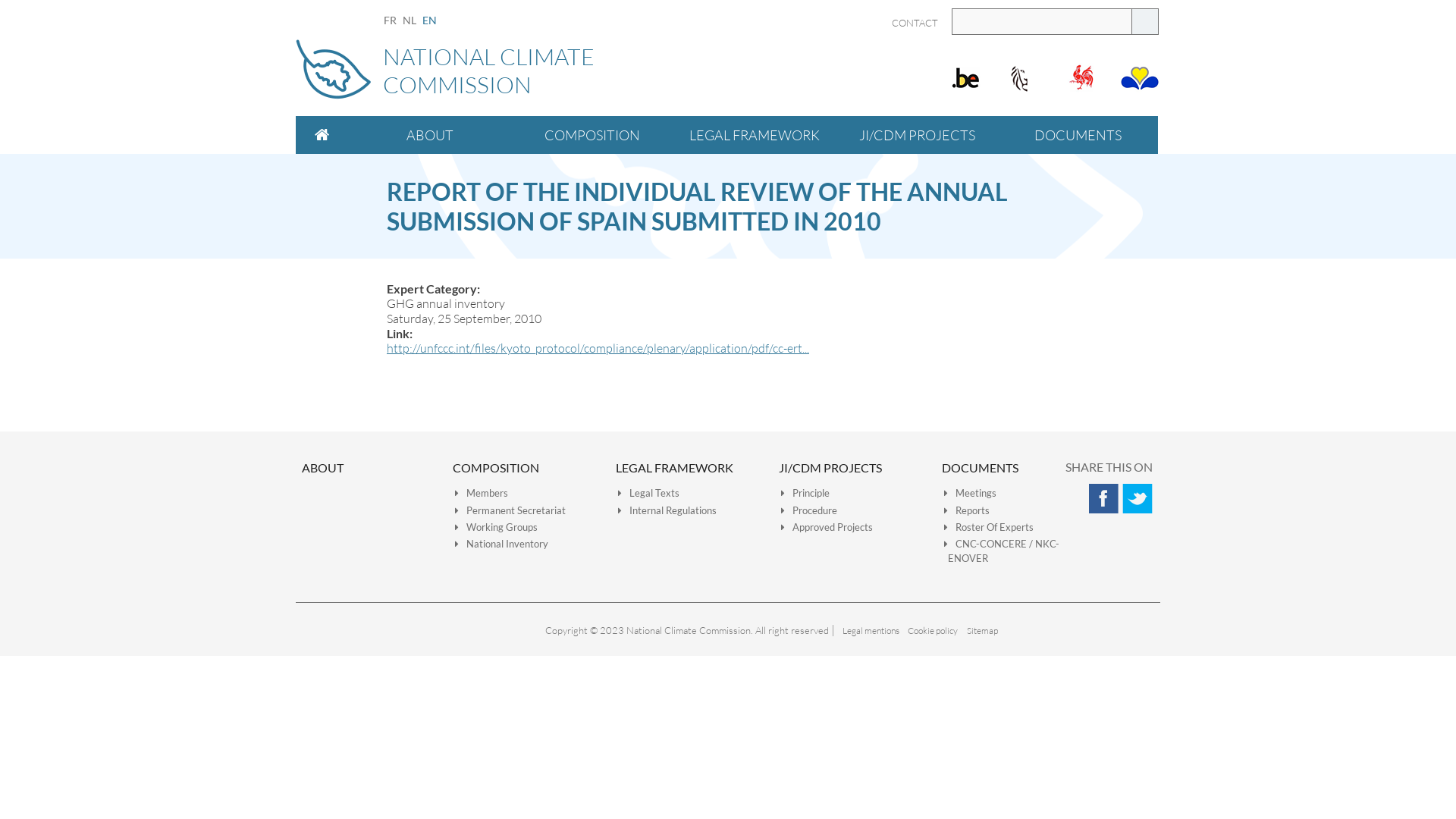 The image size is (1456, 819). I want to click on 'NL', so click(409, 20).